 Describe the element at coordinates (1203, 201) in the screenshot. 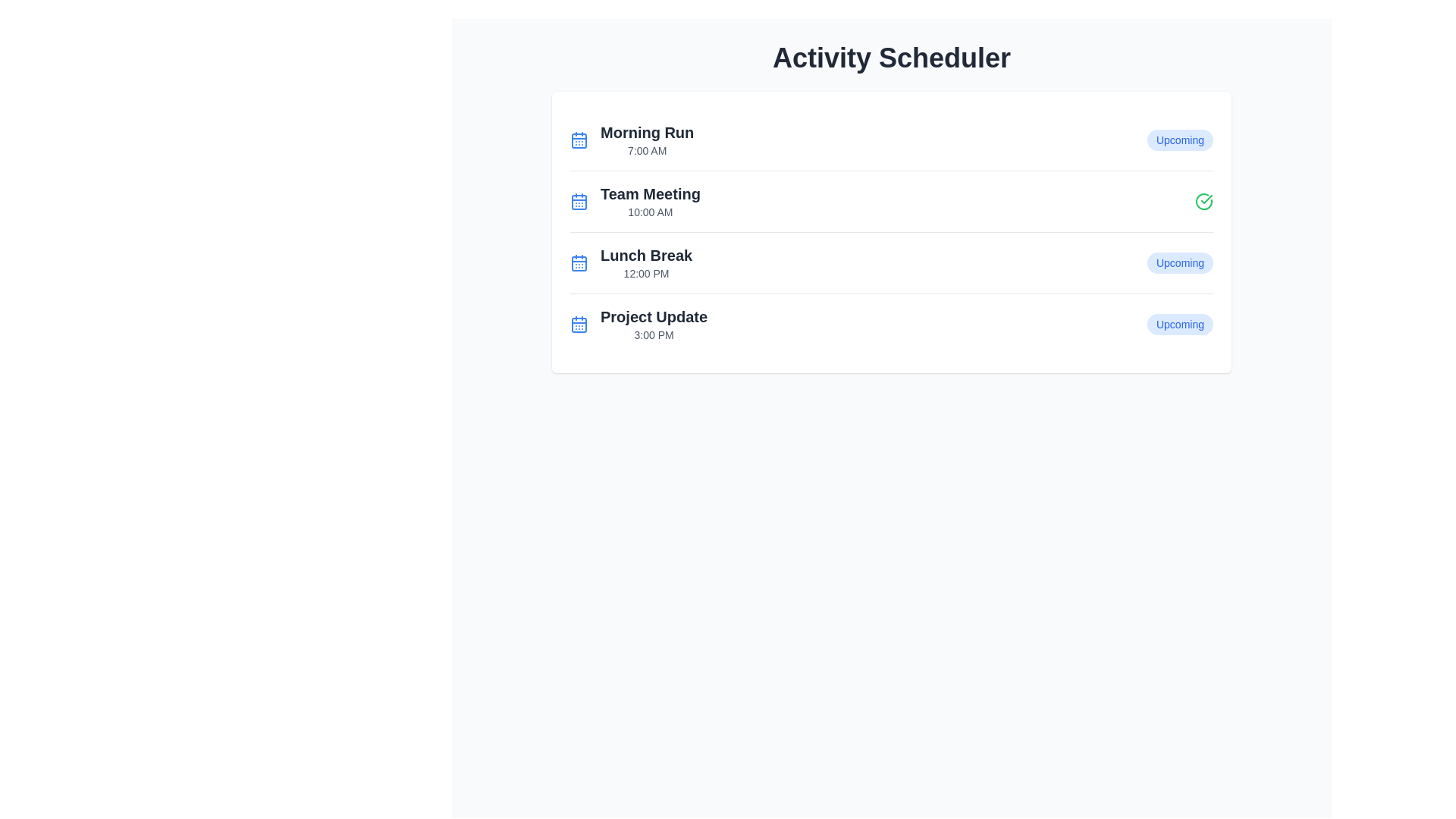

I see `the prominent green circular icon with a checkmark symbol, located adjacent to the '10:00 AM' text` at that location.